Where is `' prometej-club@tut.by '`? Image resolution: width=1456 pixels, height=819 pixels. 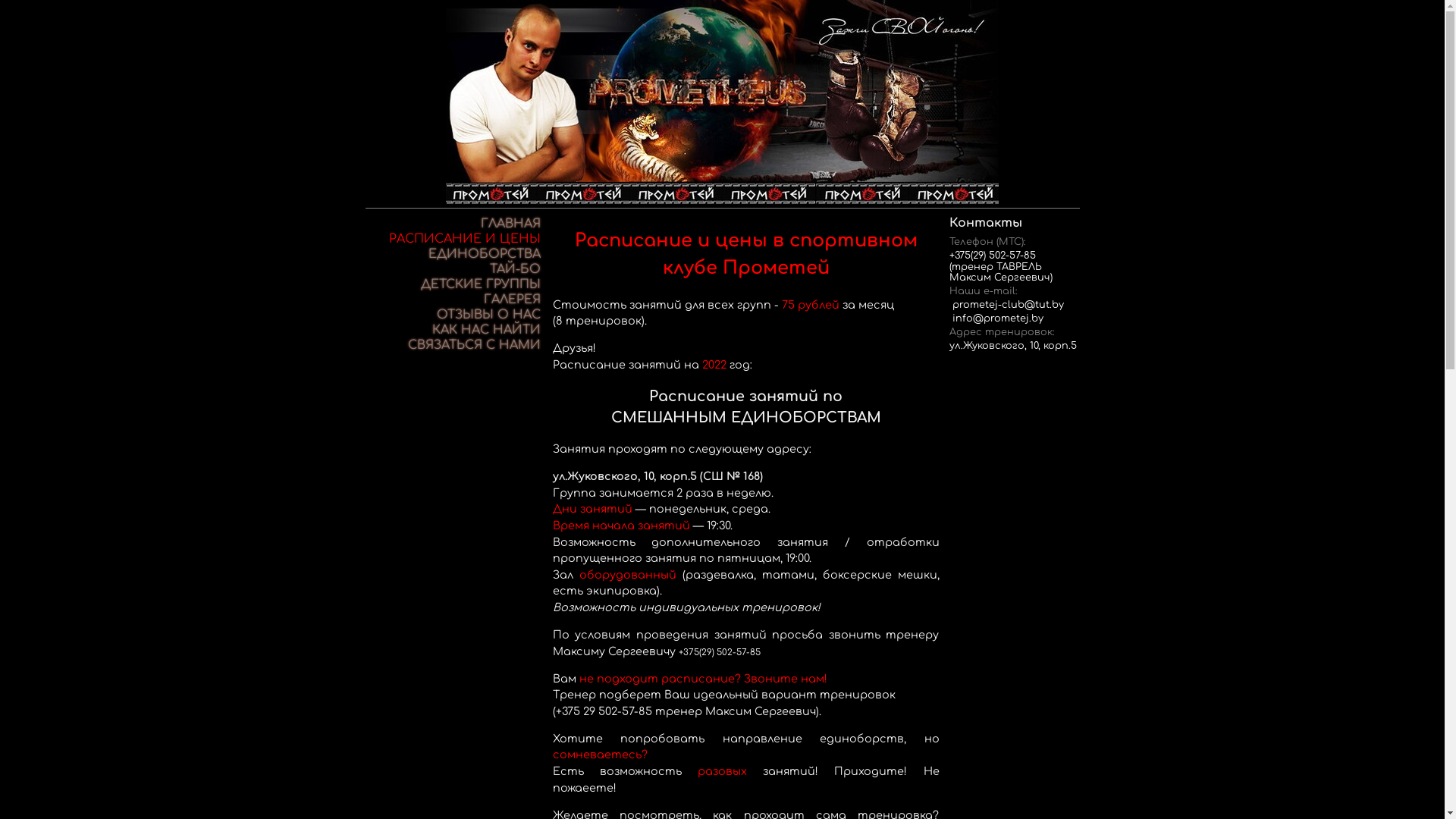
' prometej-club@tut.by ' is located at coordinates (1008, 304).